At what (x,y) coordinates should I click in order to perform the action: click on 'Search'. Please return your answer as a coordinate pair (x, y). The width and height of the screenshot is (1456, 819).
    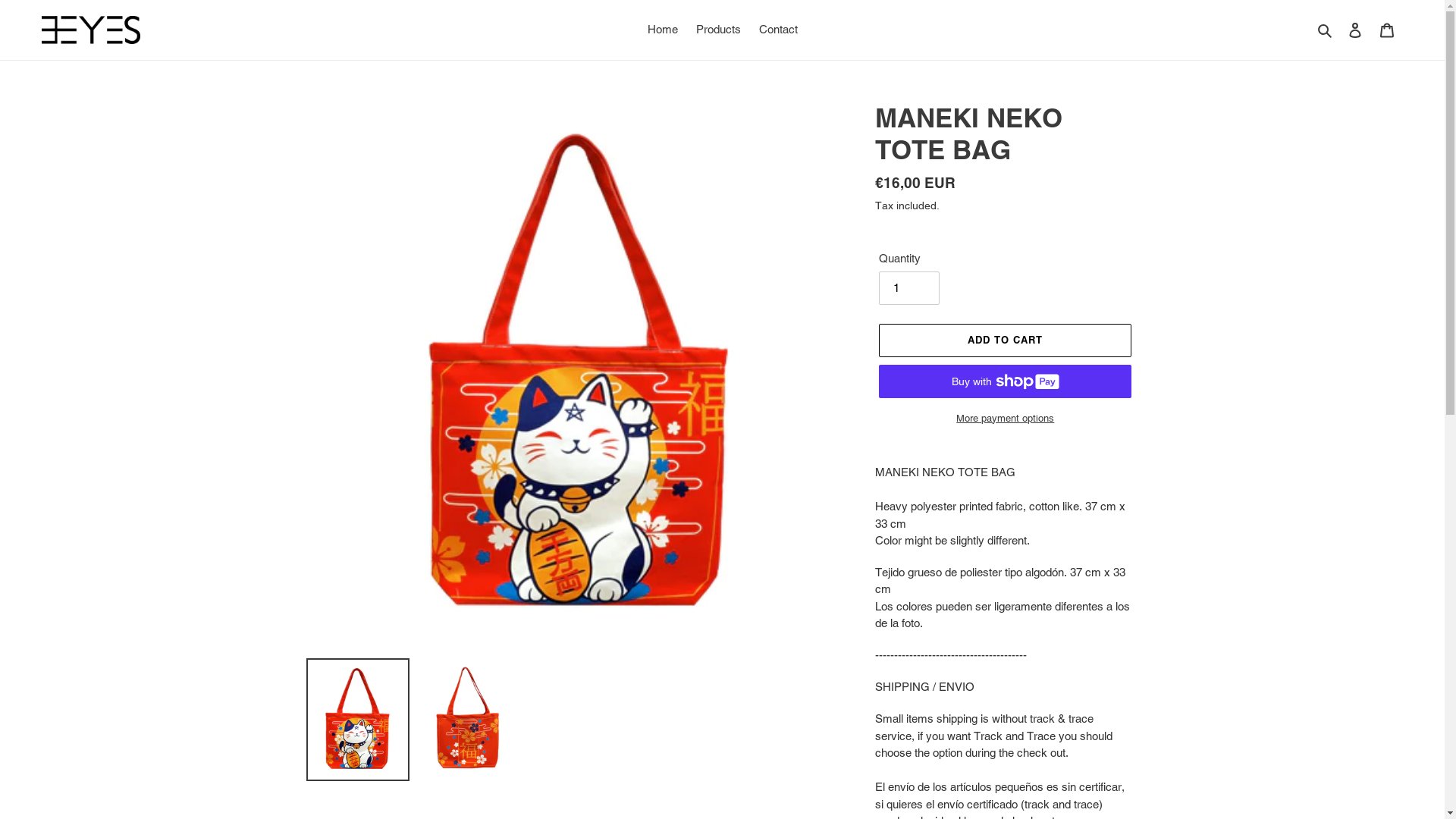
    Looking at the image, I should click on (1325, 30).